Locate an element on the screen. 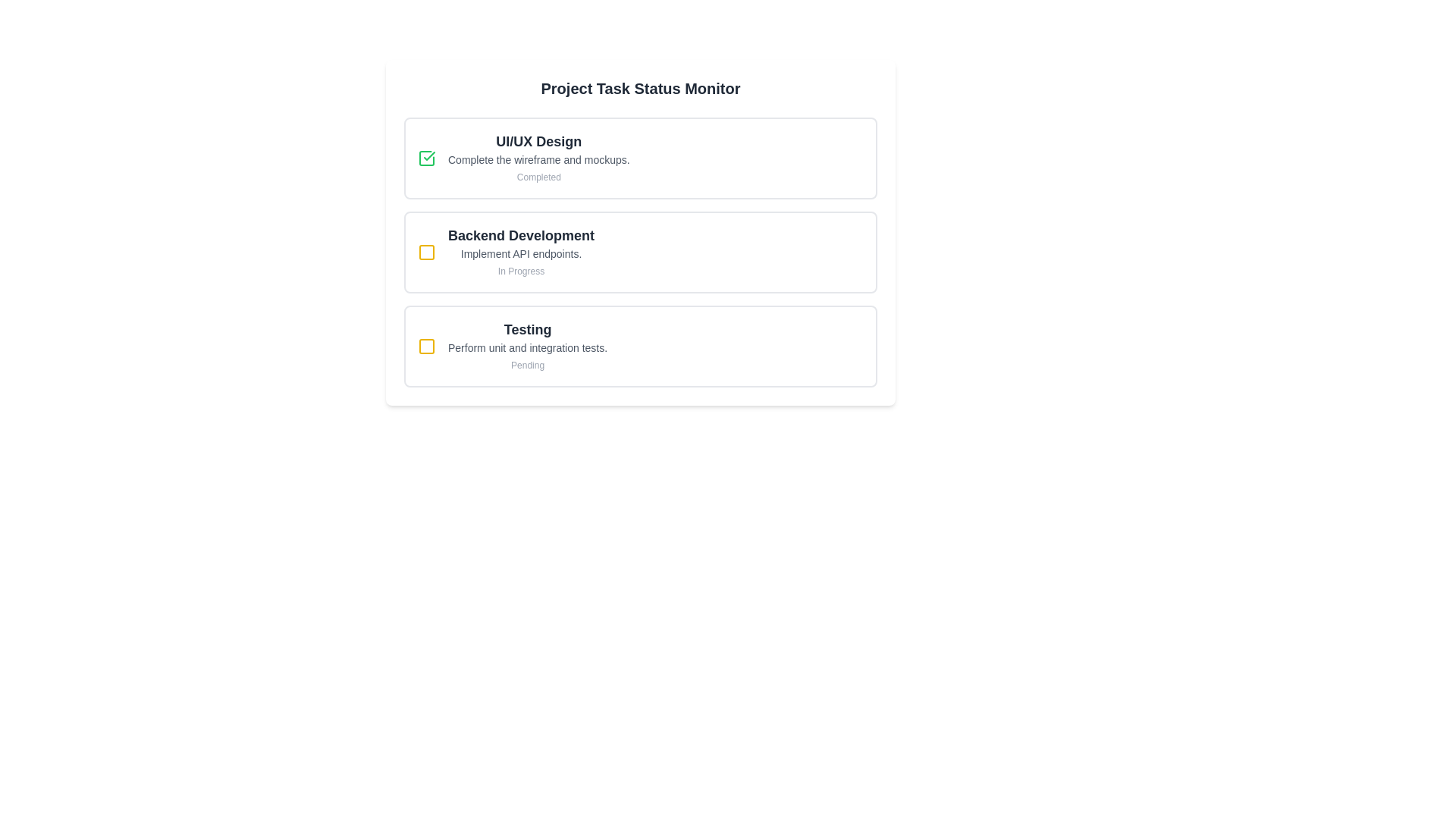 This screenshot has width=1456, height=819. the Text label indicating the current progress status of the 'Backend Development' task, which is positioned under the description 'Implement API endpoints.' is located at coordinates (521, 271).